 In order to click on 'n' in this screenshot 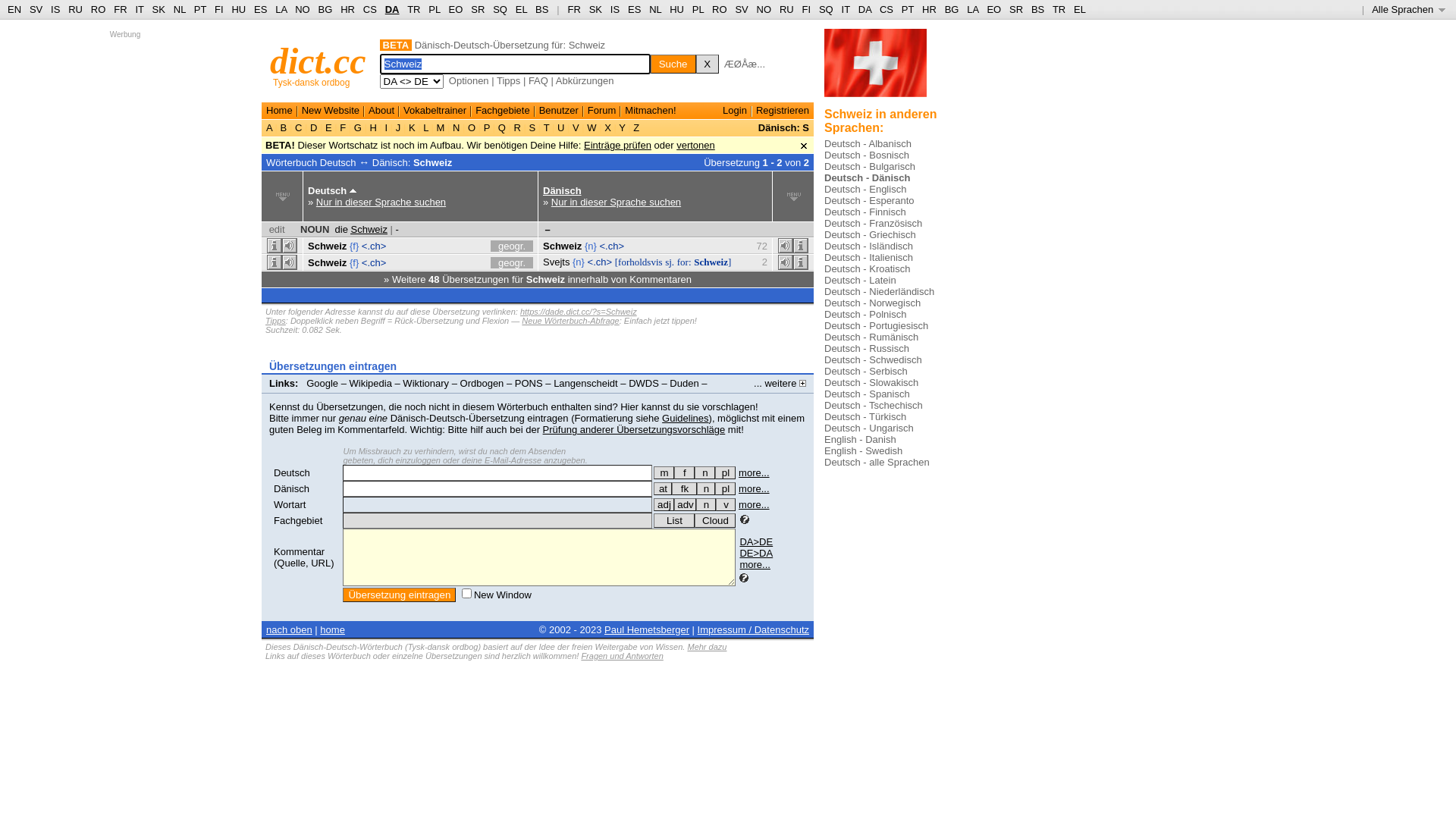, I will do `click(705, 488)`.